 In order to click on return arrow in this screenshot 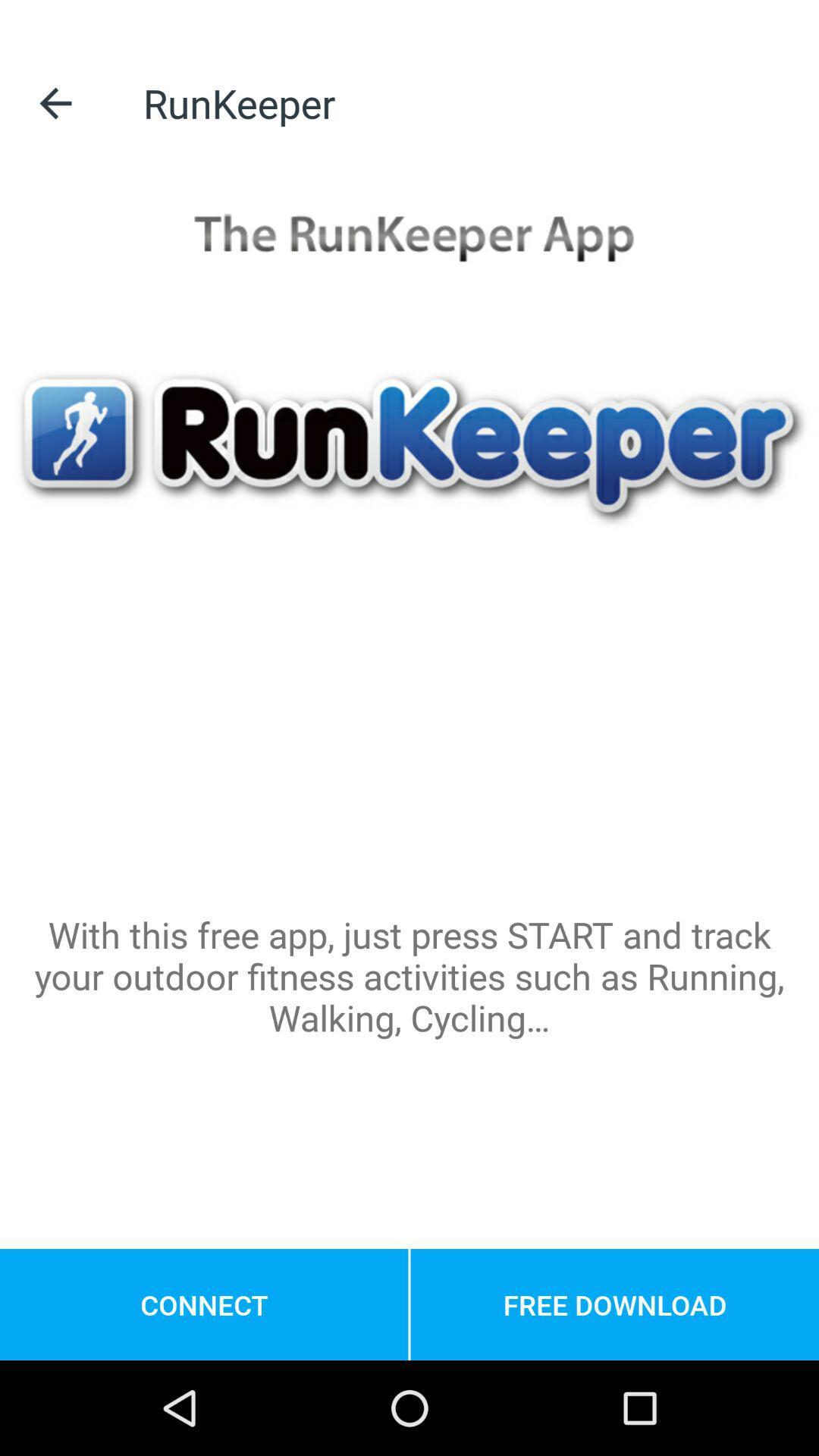, I will do `click(55, 102)`.